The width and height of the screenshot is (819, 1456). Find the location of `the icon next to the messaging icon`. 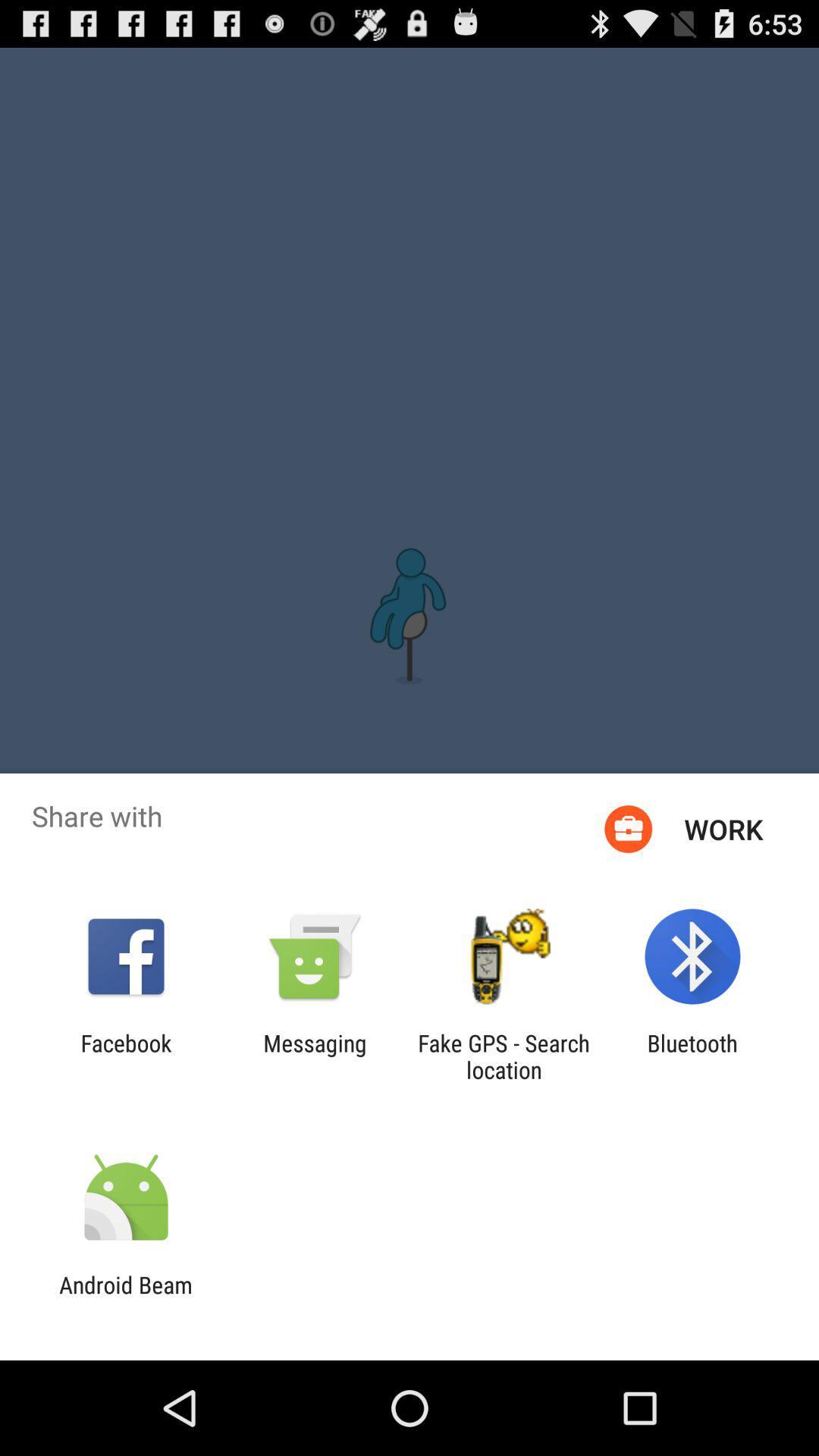

the icon next to the messaging icon is located at coordinates (504, 1056).